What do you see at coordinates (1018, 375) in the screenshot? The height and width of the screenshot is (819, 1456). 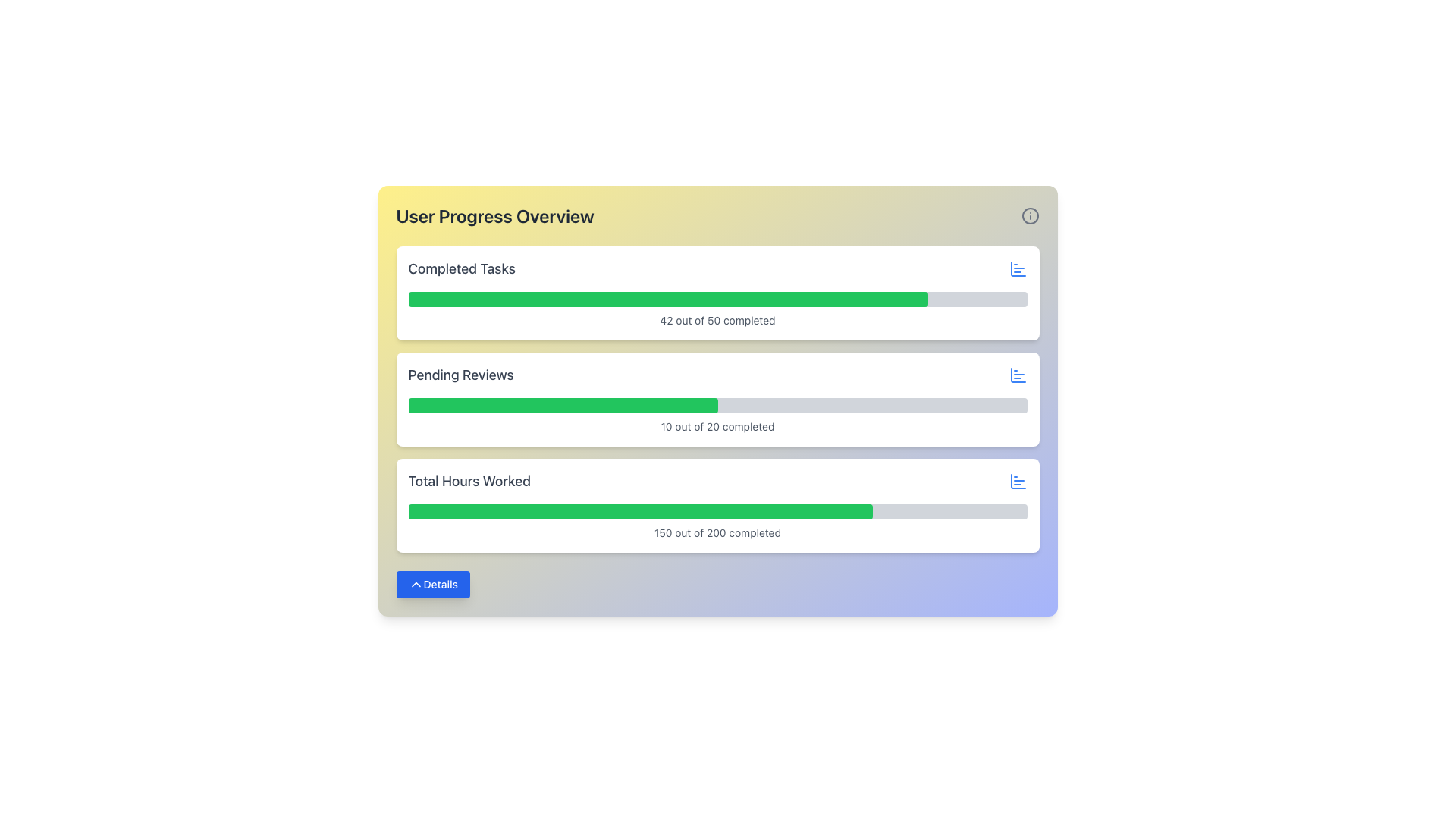 I see `the icon representing the availability of the bar chart for 'Pending Reviews'` at bounding box center [1018, 375].